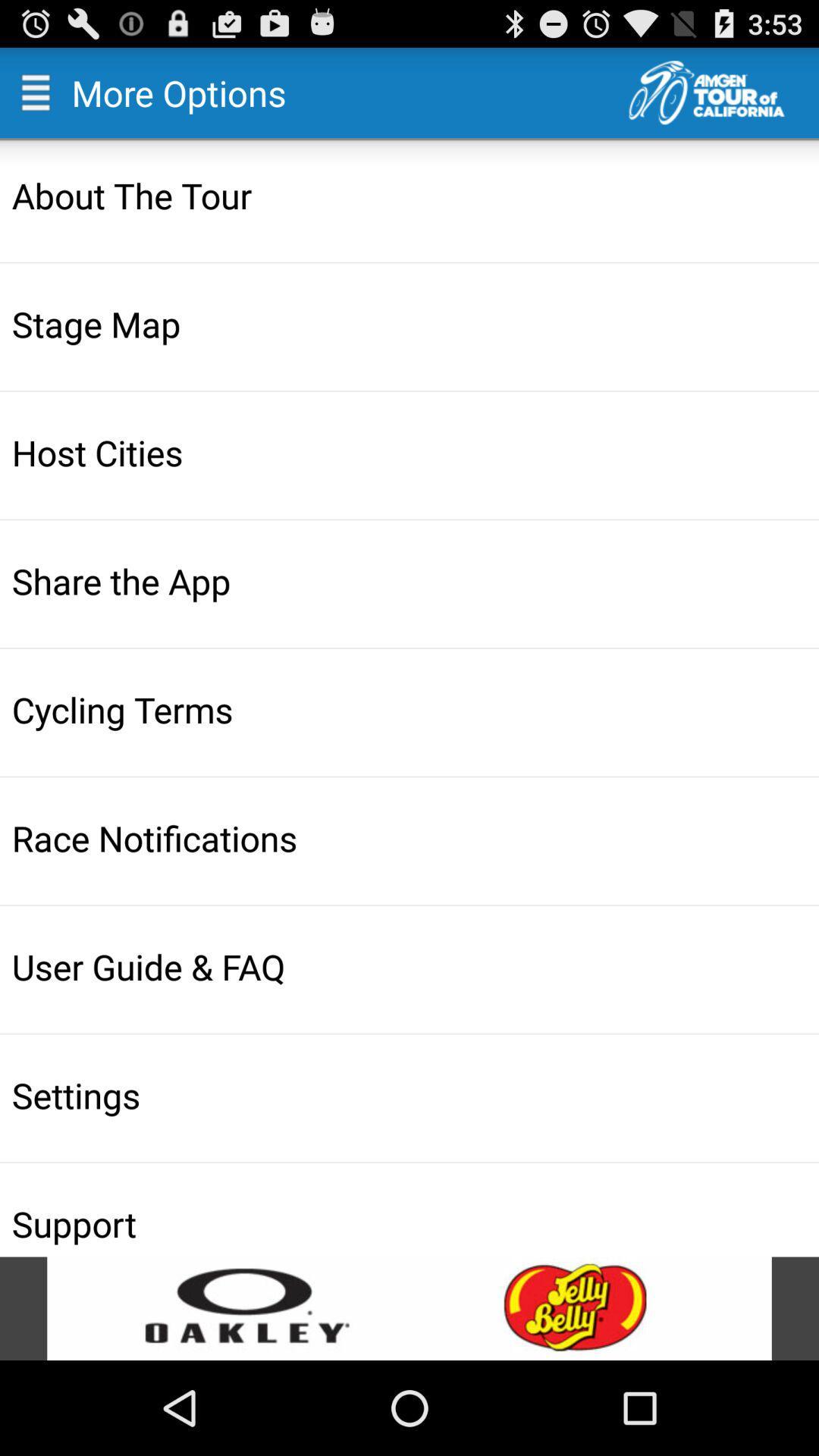 This screenshot has width=819, height=1456. Describe the element at coordinates (409, 1307) in the screenshot. I see `open advertisement` at that location.